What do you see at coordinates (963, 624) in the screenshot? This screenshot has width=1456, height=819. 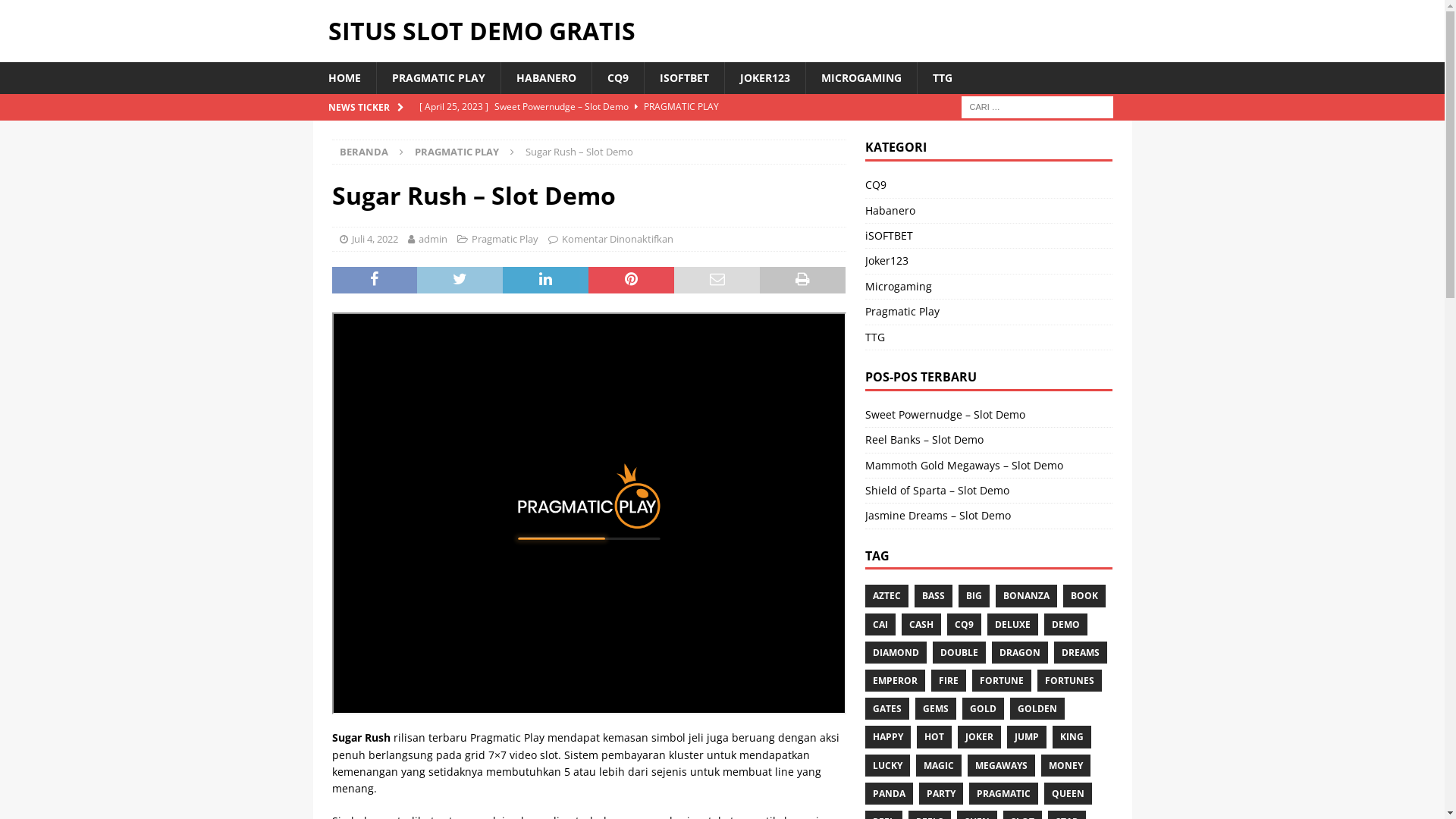 I see `'CQ9'` at bounding box center [963, 624].